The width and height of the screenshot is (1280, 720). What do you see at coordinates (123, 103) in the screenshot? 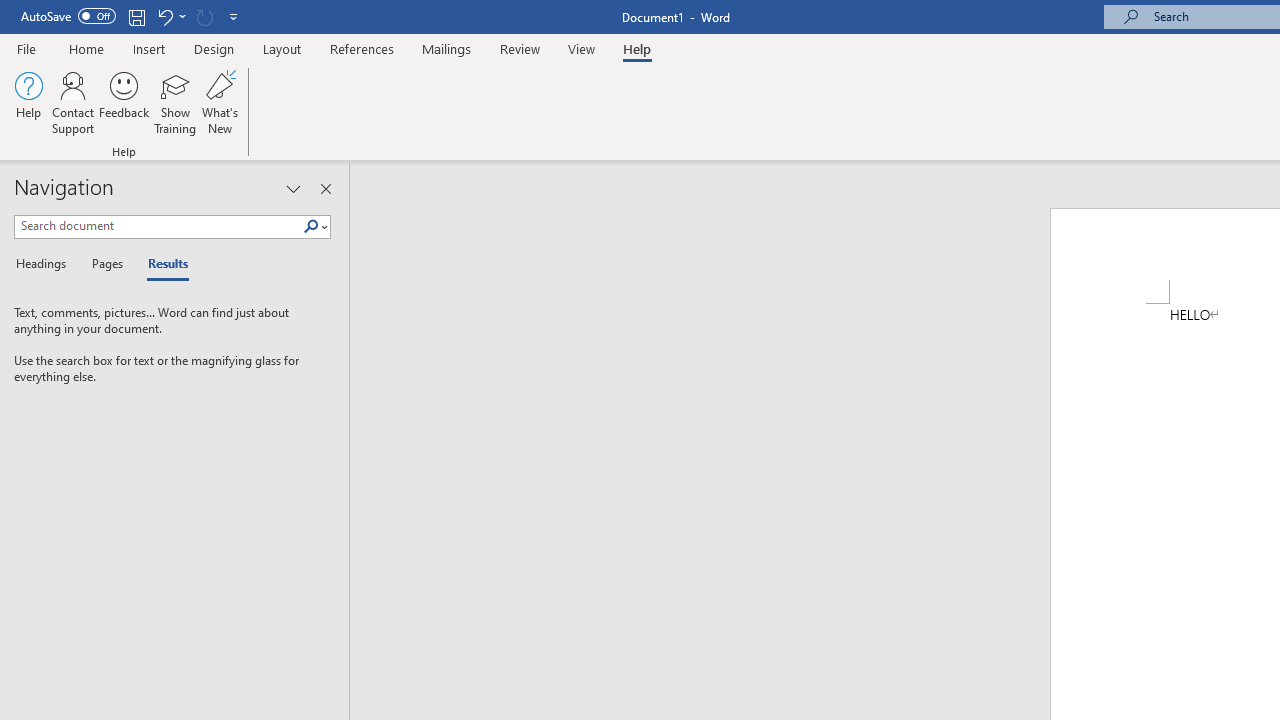
I see `'Feedback'` at bounding box center [123, 103].